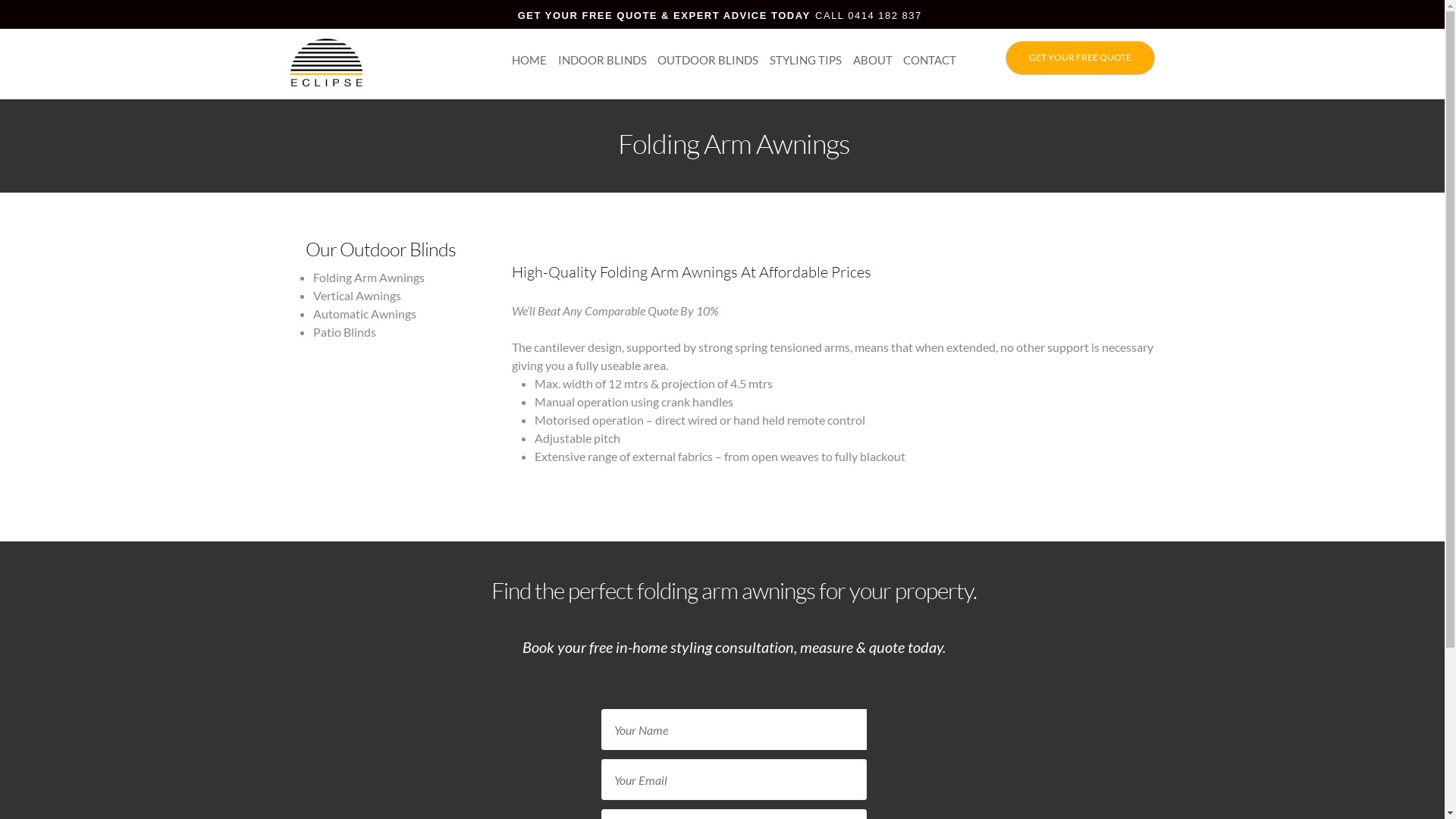  What do you see at coordinates (343, 331) in the screenshot?
I see `'Patio Blinds'` at bounding box center [343, 331].